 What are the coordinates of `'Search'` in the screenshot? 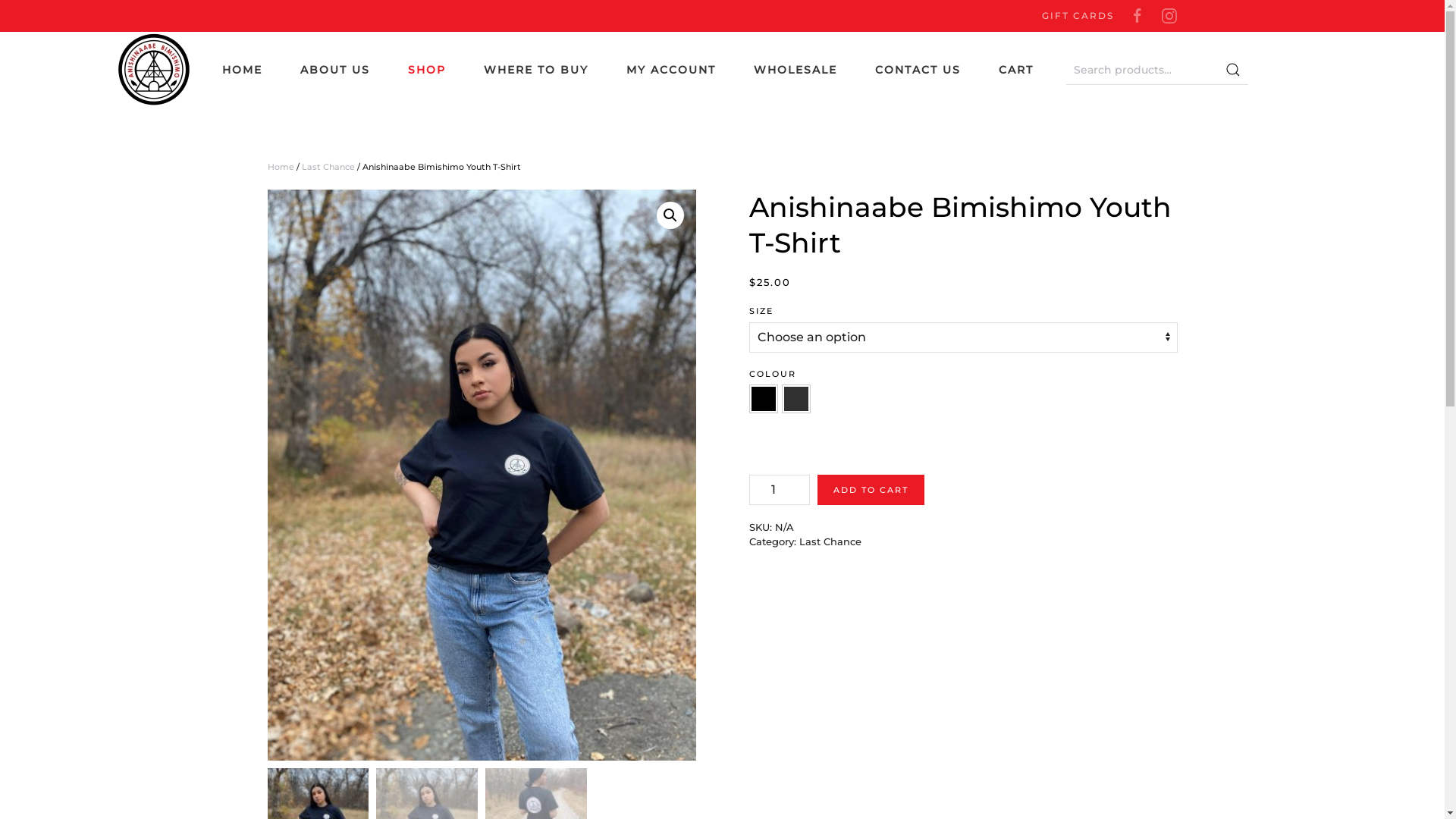 It's located at (1233, 70).